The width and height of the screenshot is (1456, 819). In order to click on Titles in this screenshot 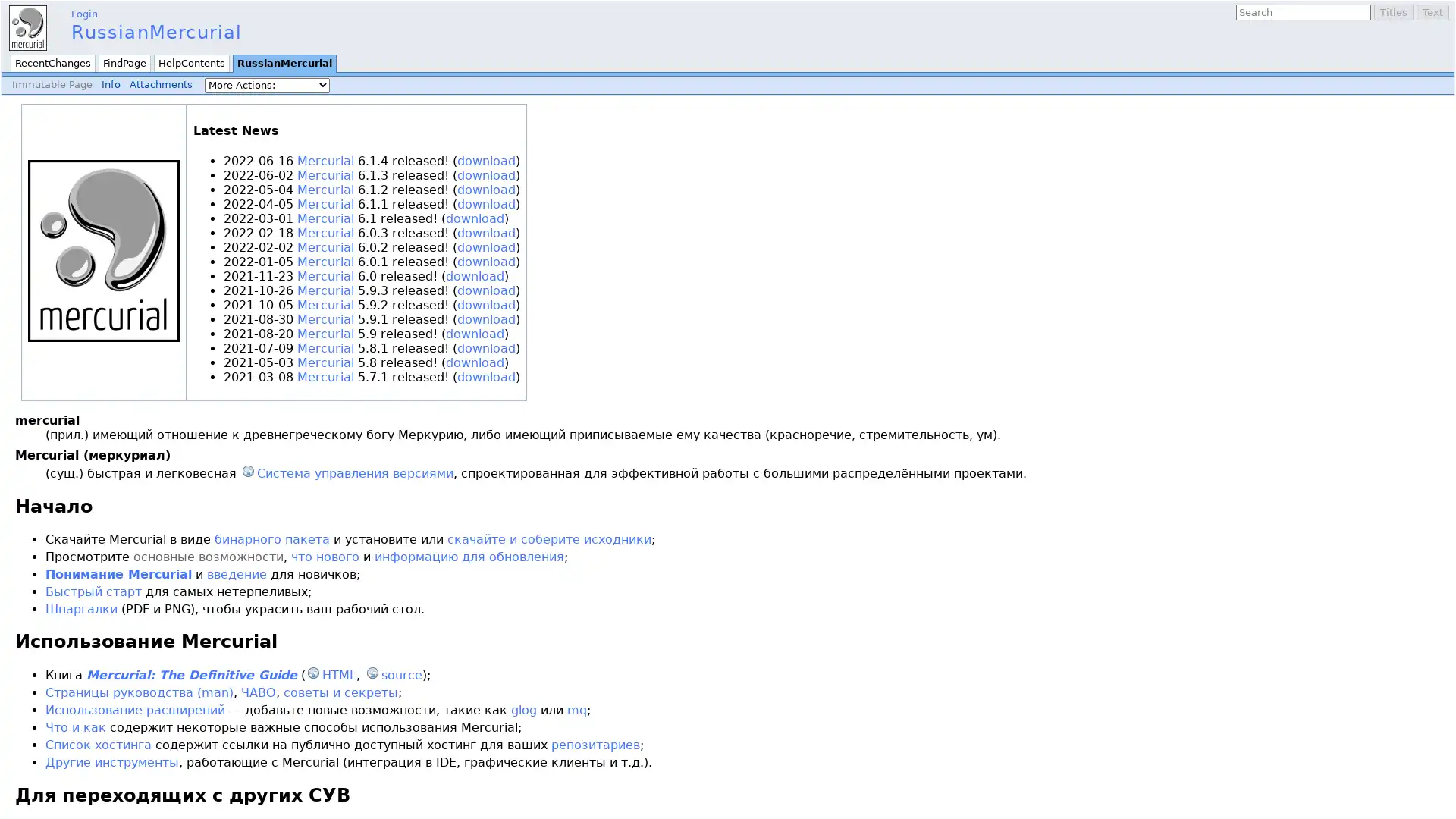, I will do `click(1394, 12)`.